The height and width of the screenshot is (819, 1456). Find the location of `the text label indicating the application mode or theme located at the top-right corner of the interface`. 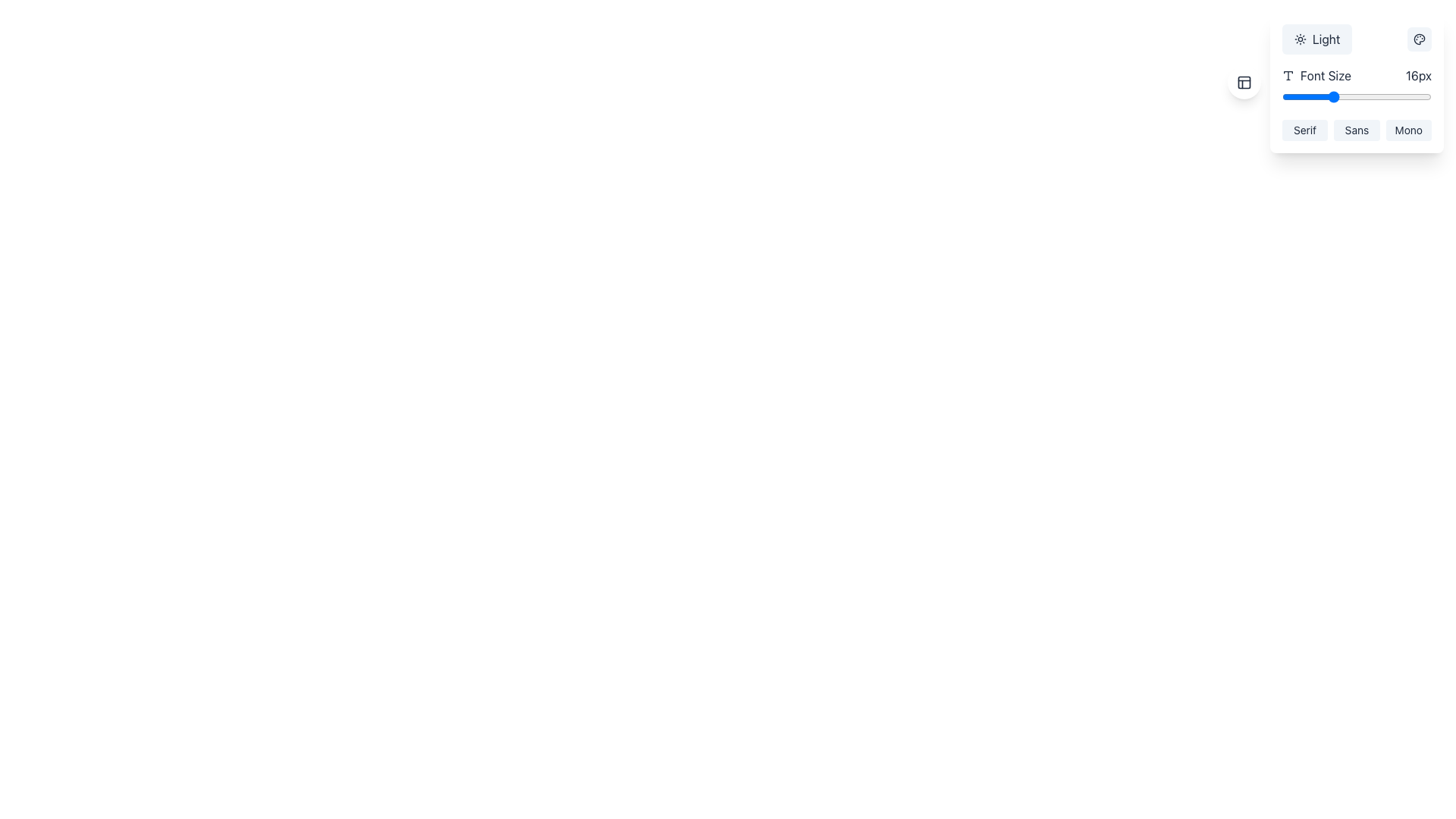

the text label indicating the application mode or theme located at the top-right corner of the interface is located at coordinates (1326, 38).